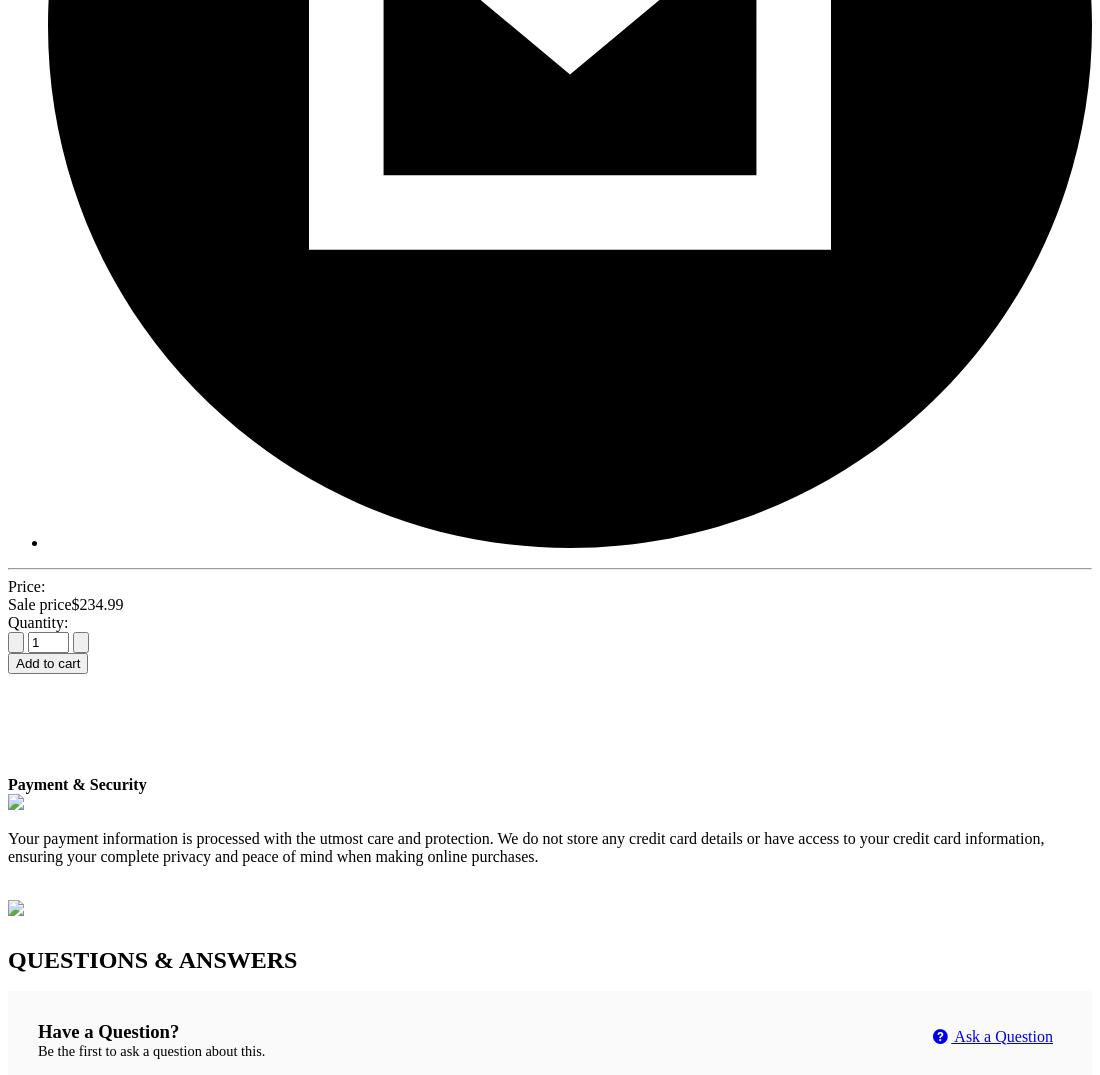 This screenshot has width=1100, height=1075. Describe the element at coordinates (150, 1051) in the screenshot. I see `'Be the first to ask a question about this.'` at that location.